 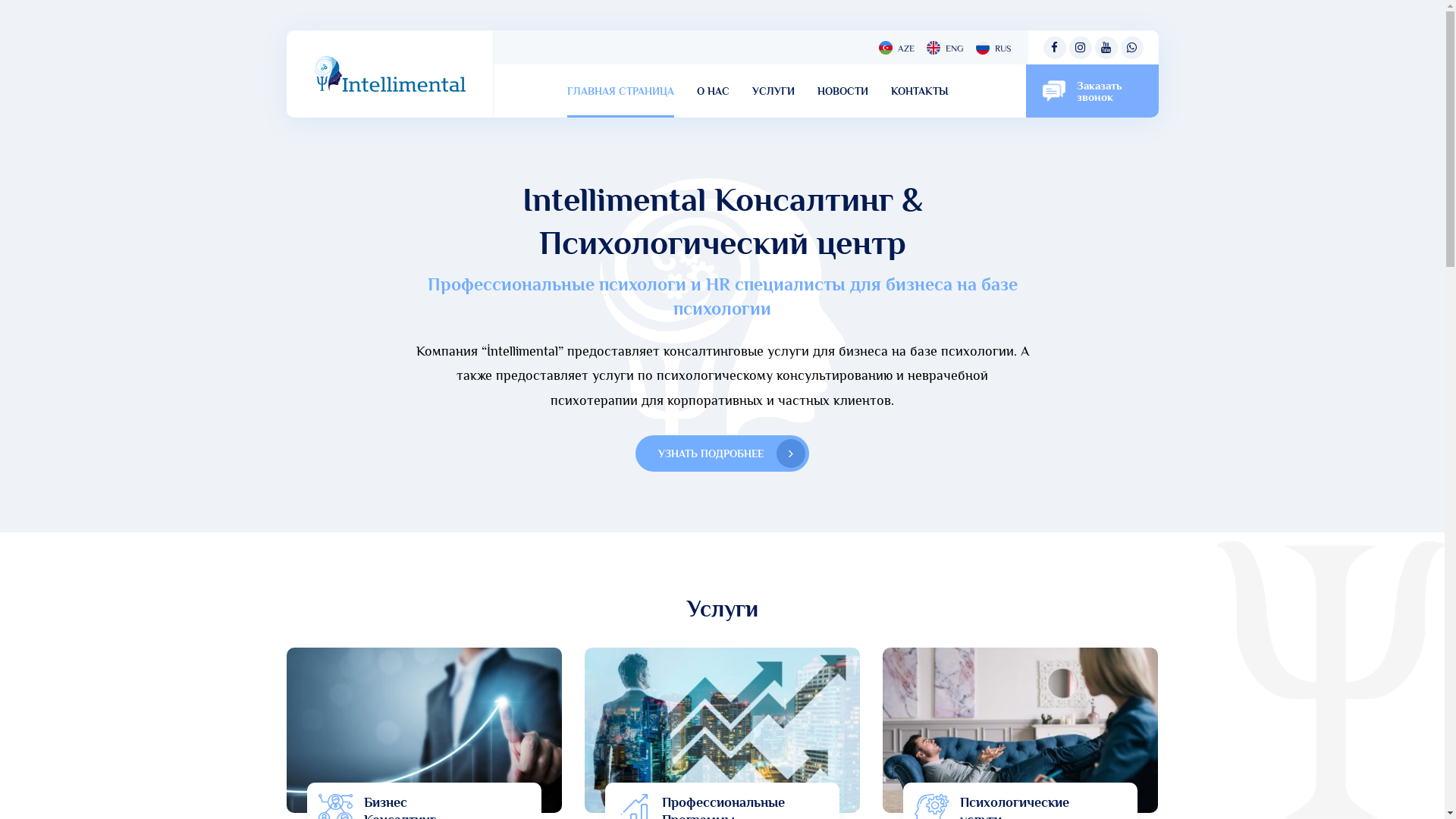 I want to click on 'AZE', so click(x=877, y=46).